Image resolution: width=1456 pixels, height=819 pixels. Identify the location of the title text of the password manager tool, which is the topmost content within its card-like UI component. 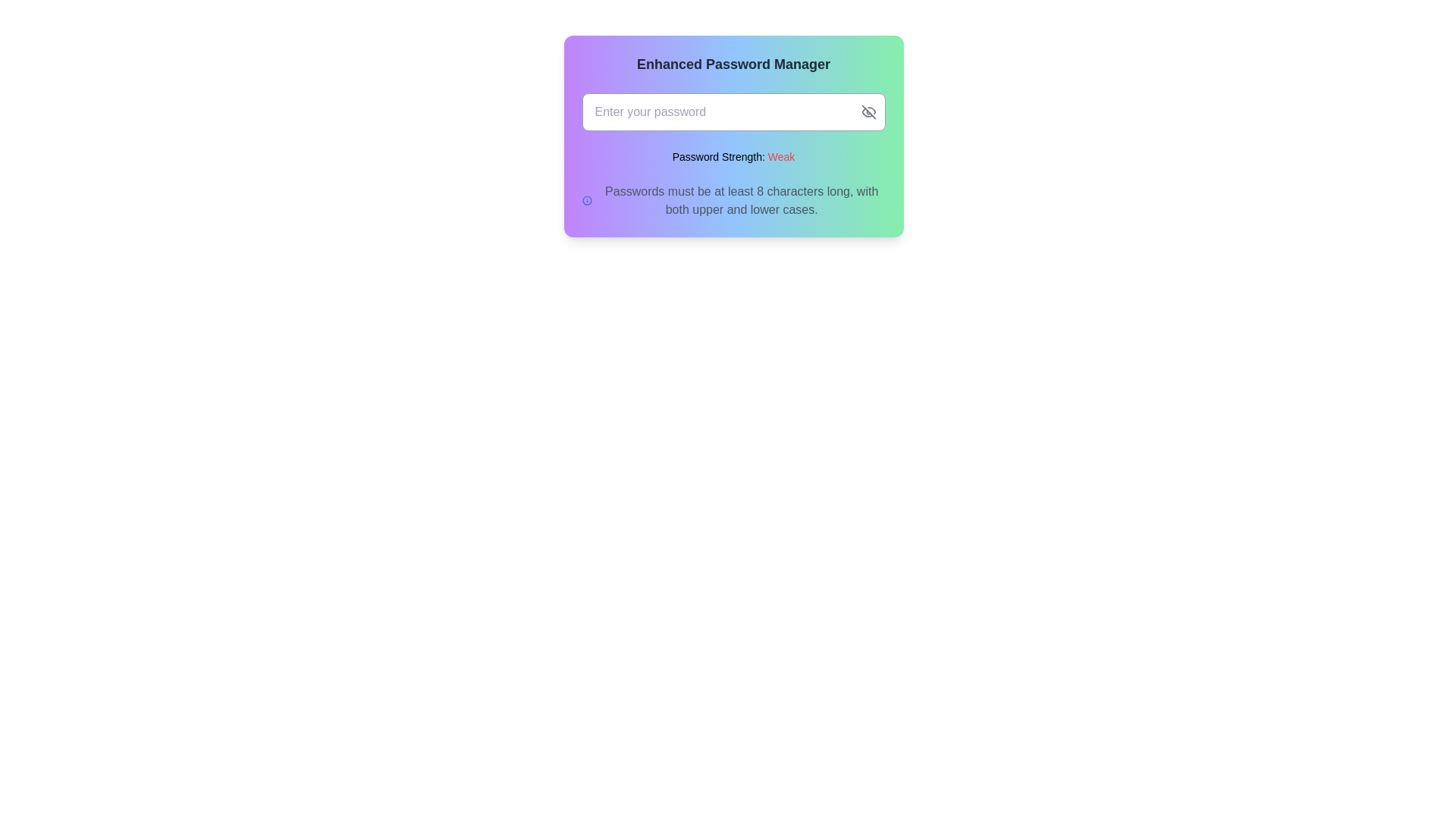
(733, 63).